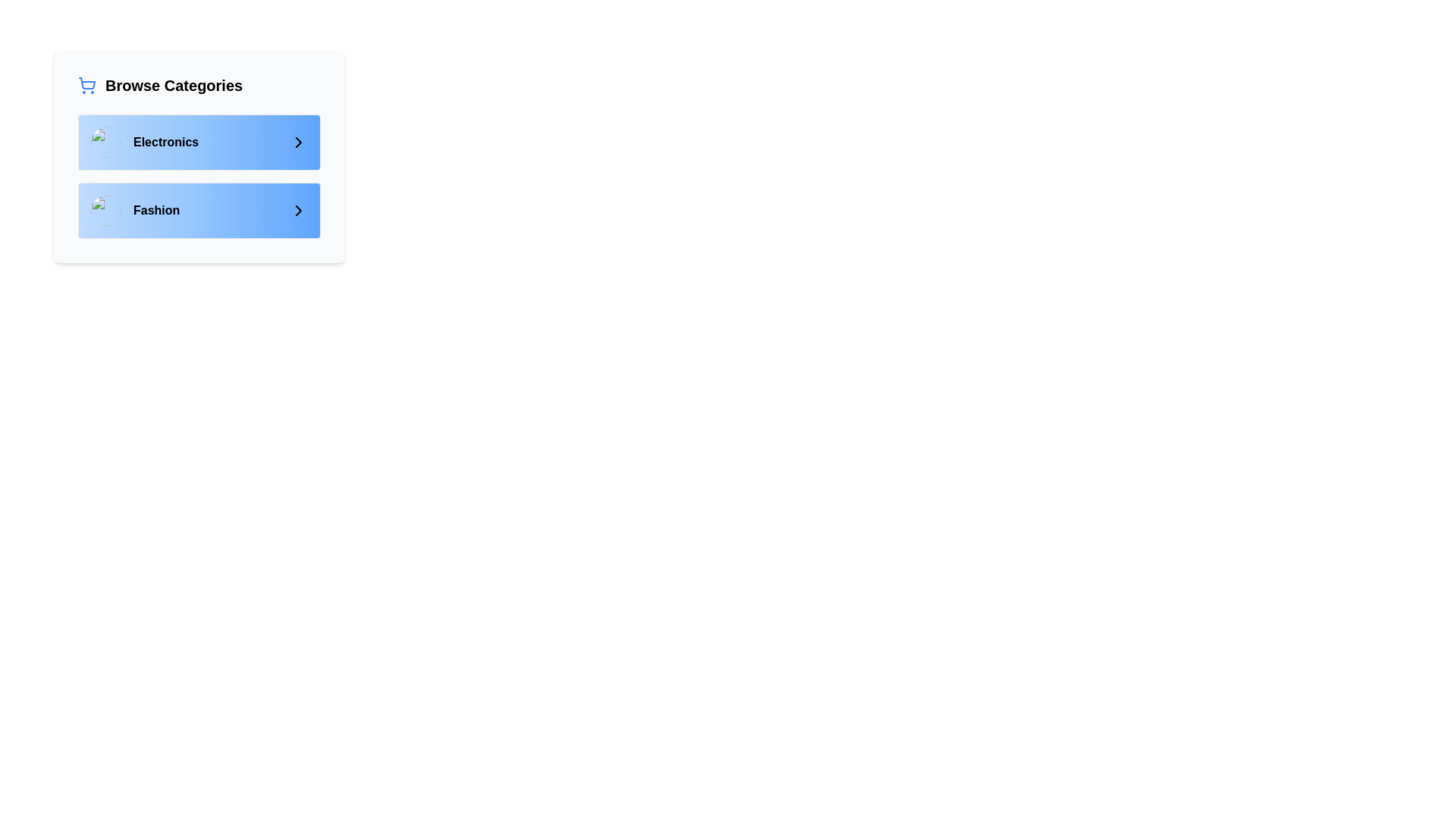 Image resolution: width=1456 pixels, height=819 pixels. What do you see at coordinates (199, 143) in the screenshot?
I see `the 'Electronics' category selector card, which is the first item in a vertical stack` at bounding box center [199, 143].